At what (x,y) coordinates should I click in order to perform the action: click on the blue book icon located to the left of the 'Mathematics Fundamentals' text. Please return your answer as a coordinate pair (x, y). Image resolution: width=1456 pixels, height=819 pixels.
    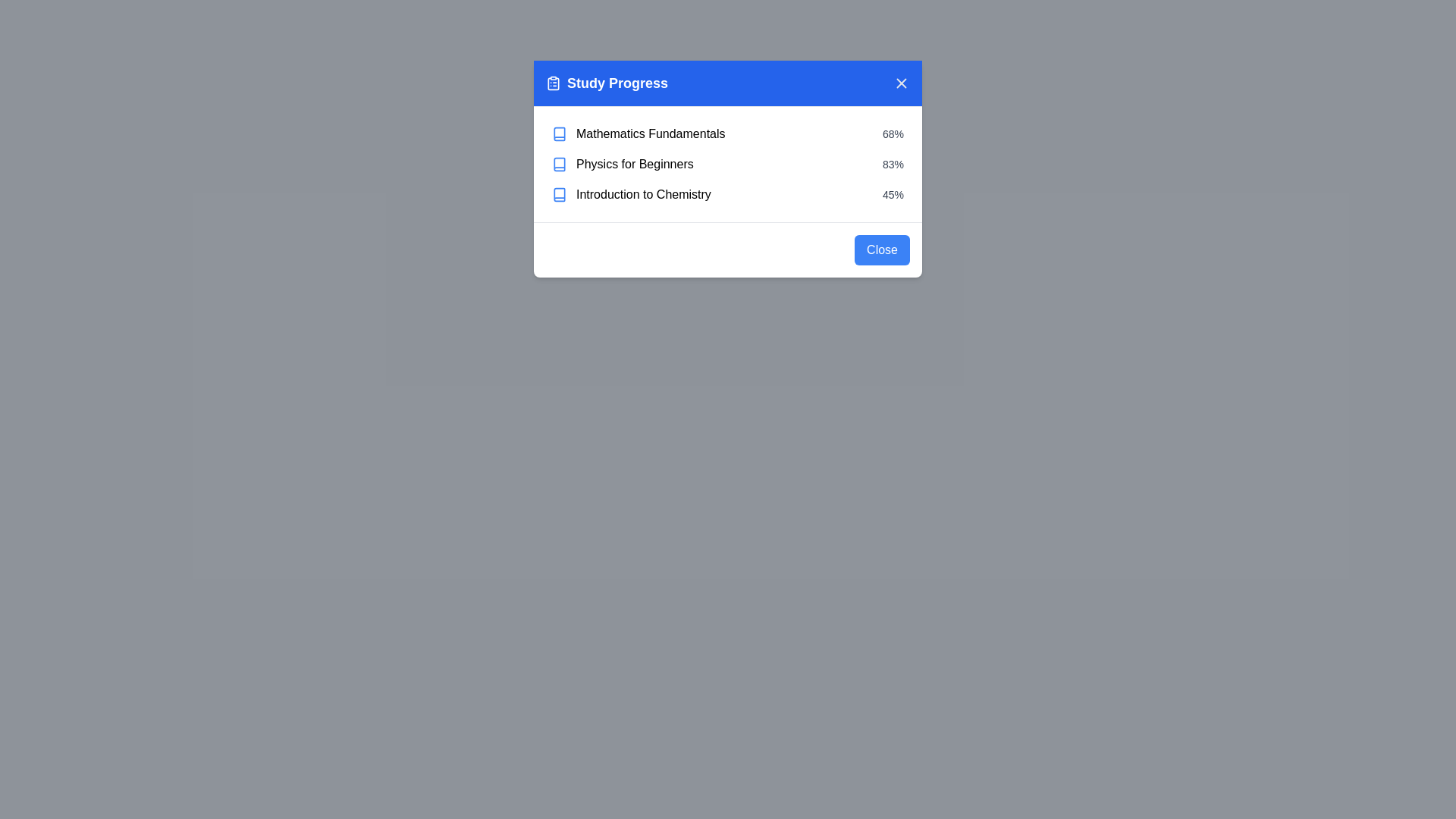
    Looking at the image, I should click on (559, 133).